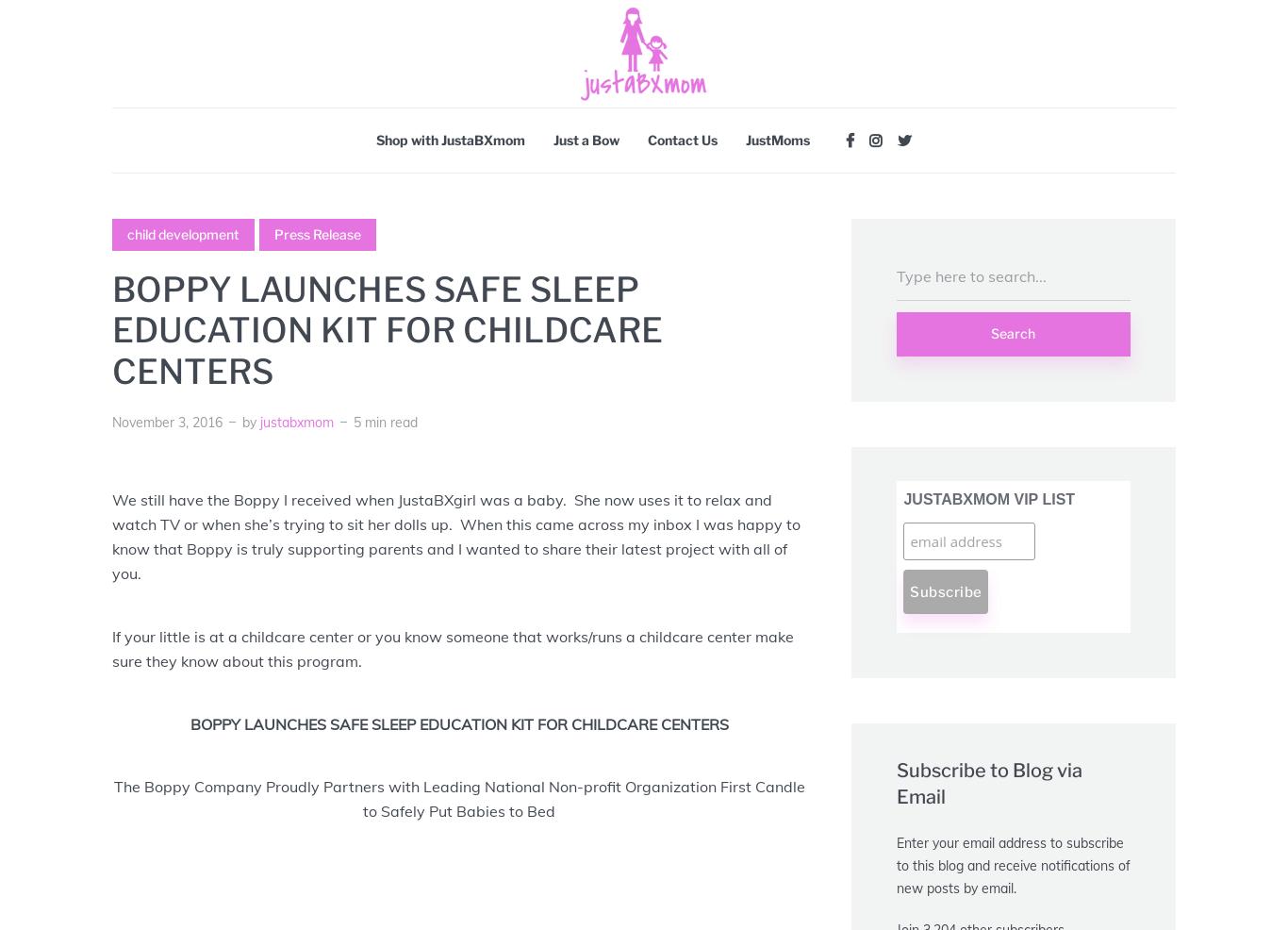  What do you see at coordinates (988, 783) in the screenshot?
I see `'Subscribe to Blog via Email'` at bounding box center [988, 783].